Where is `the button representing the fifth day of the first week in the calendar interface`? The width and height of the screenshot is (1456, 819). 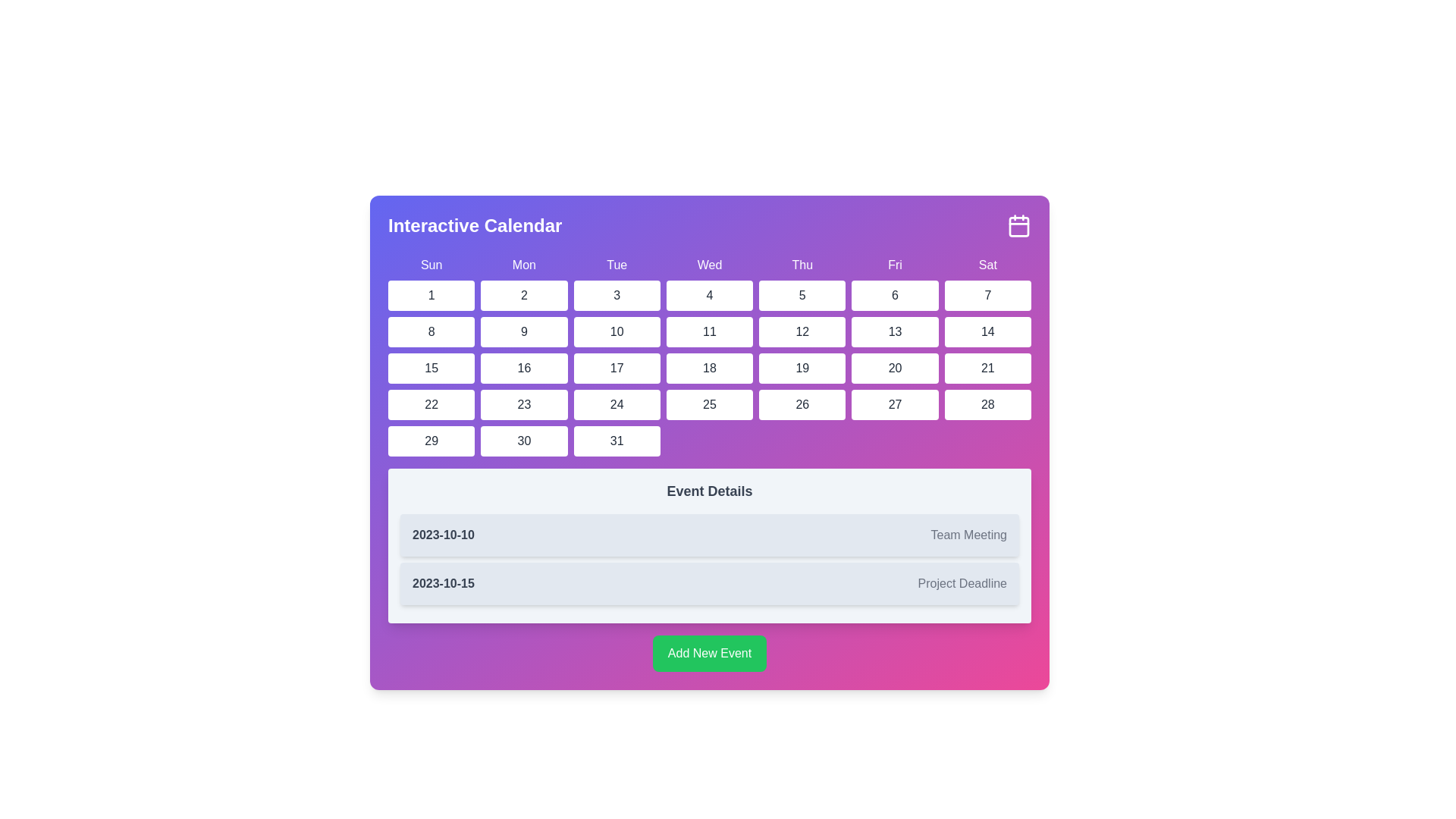
the button representing the fifth day of the first week in the calendar interface is located at coordinates (802, 295).